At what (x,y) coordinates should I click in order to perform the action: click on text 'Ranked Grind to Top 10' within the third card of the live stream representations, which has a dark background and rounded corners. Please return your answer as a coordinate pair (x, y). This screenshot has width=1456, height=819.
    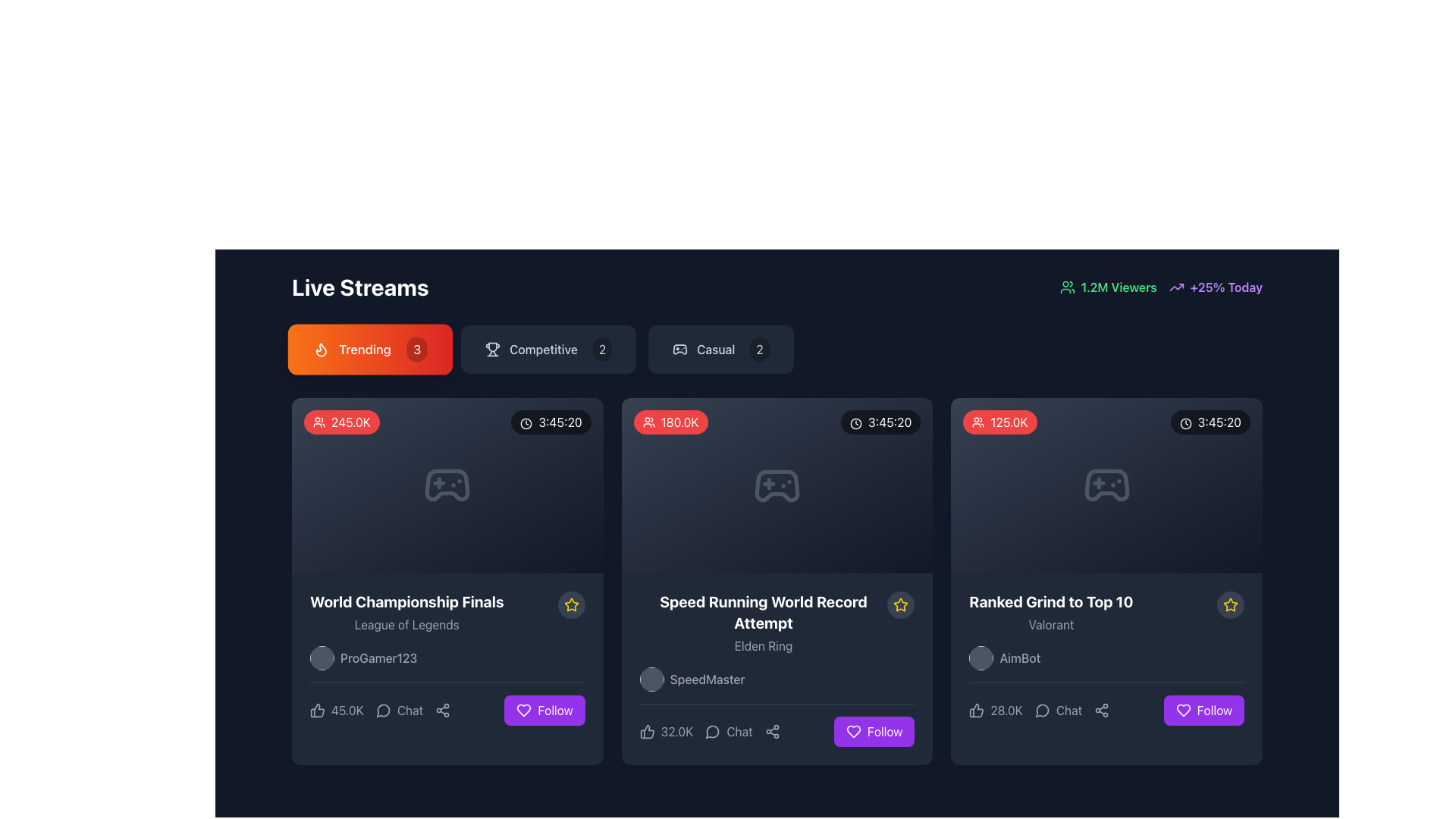
    Looking at the image, I should click on (1050, 611).